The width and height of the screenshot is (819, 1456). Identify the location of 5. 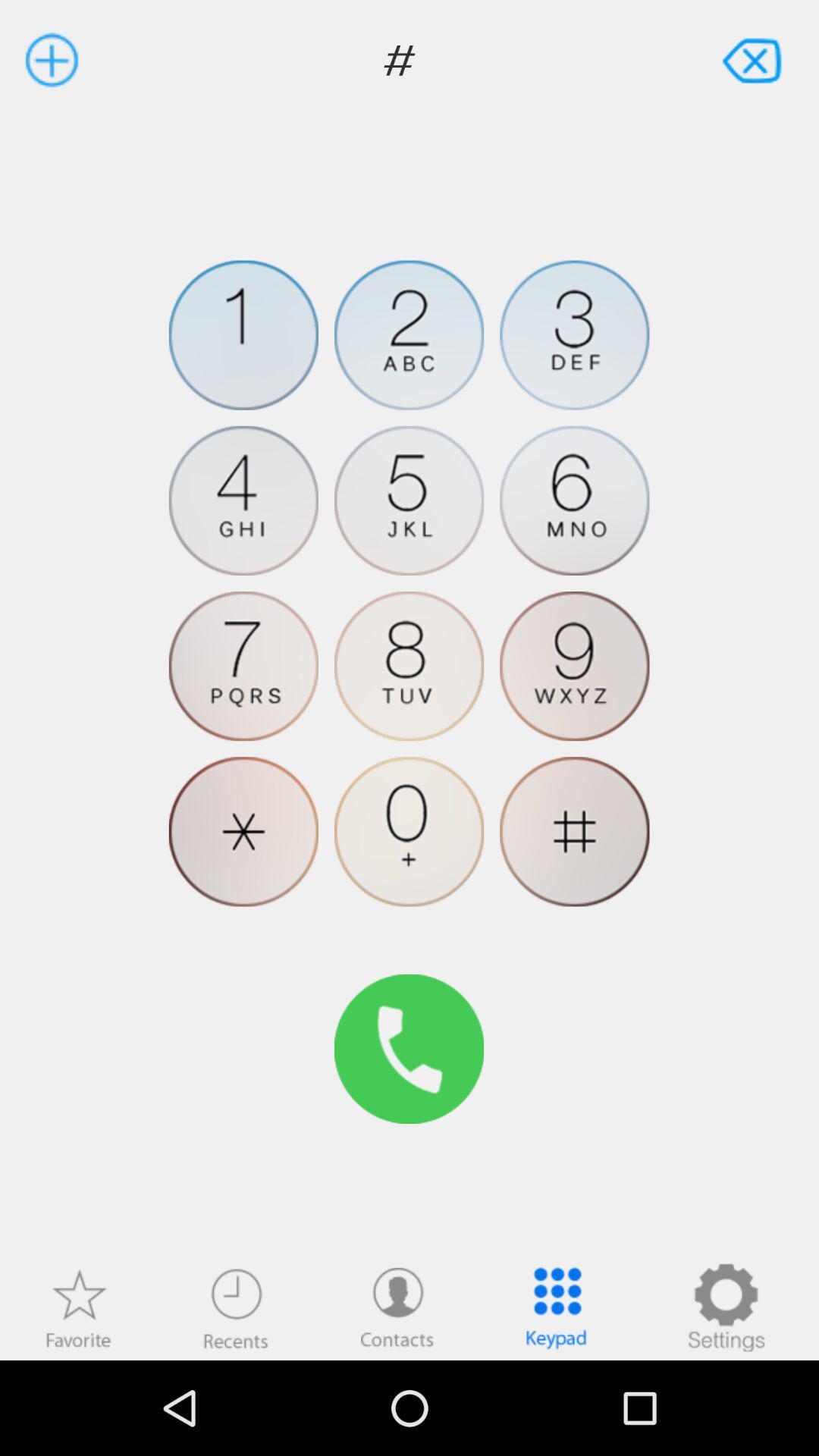
(408, 500).